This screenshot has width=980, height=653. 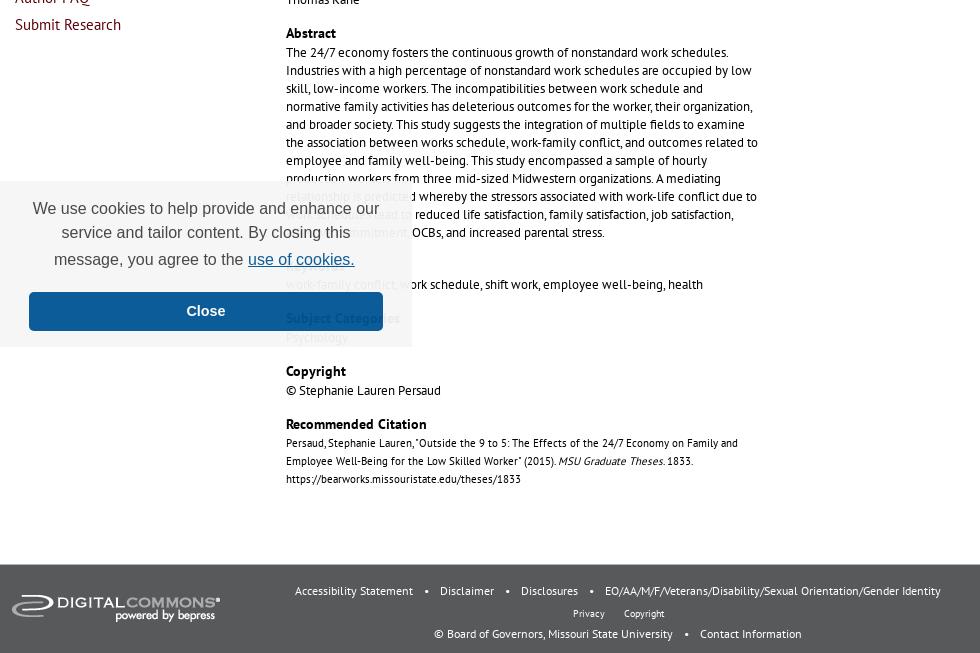 What do you see at coordinates (554, 633) in the screenshot?
I see `'© Board of Governors, Missouri State University'` at bounding box center [554, 633].